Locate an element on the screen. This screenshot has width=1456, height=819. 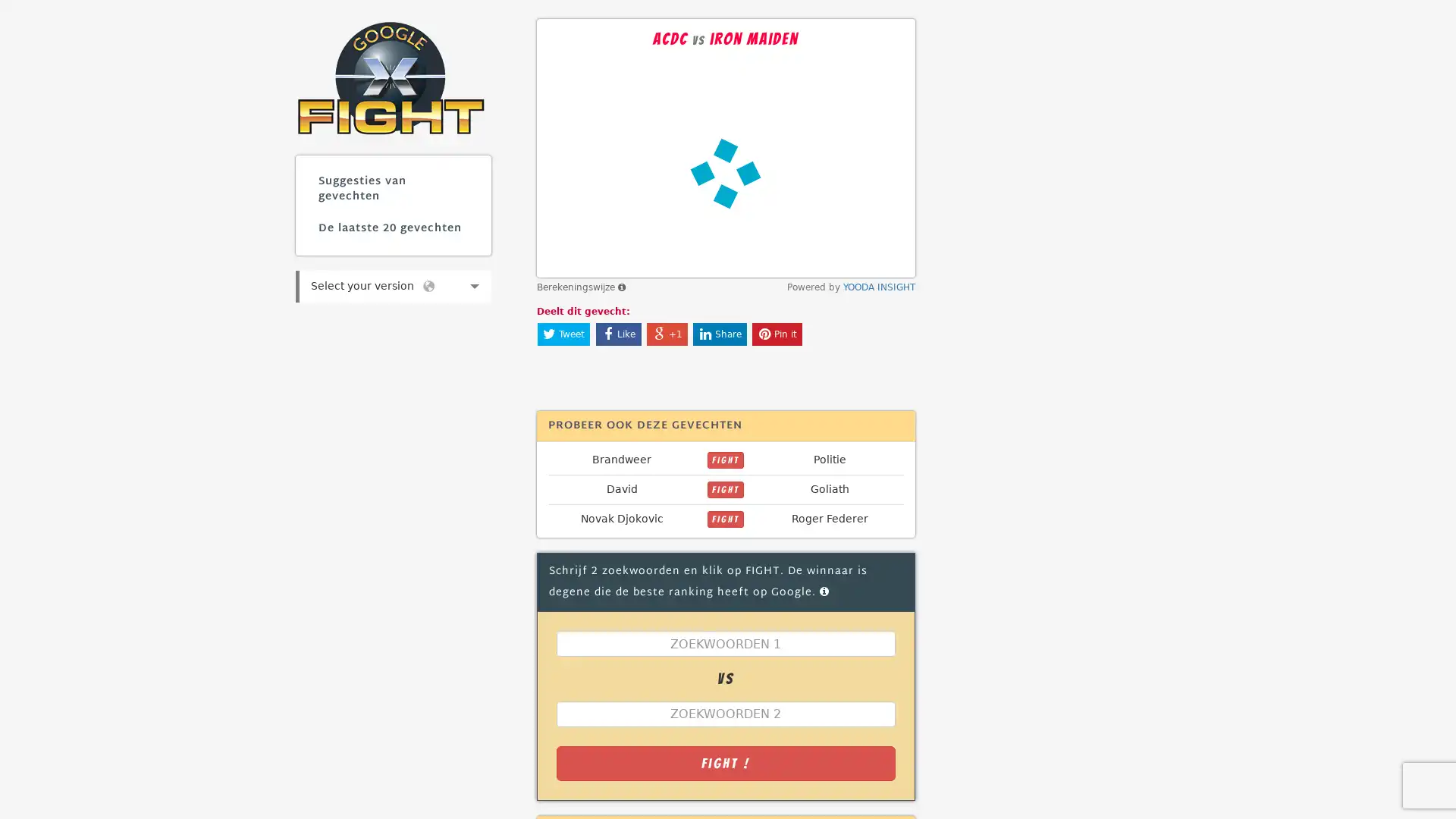
Fight ! is located at coordinates (724, 763).